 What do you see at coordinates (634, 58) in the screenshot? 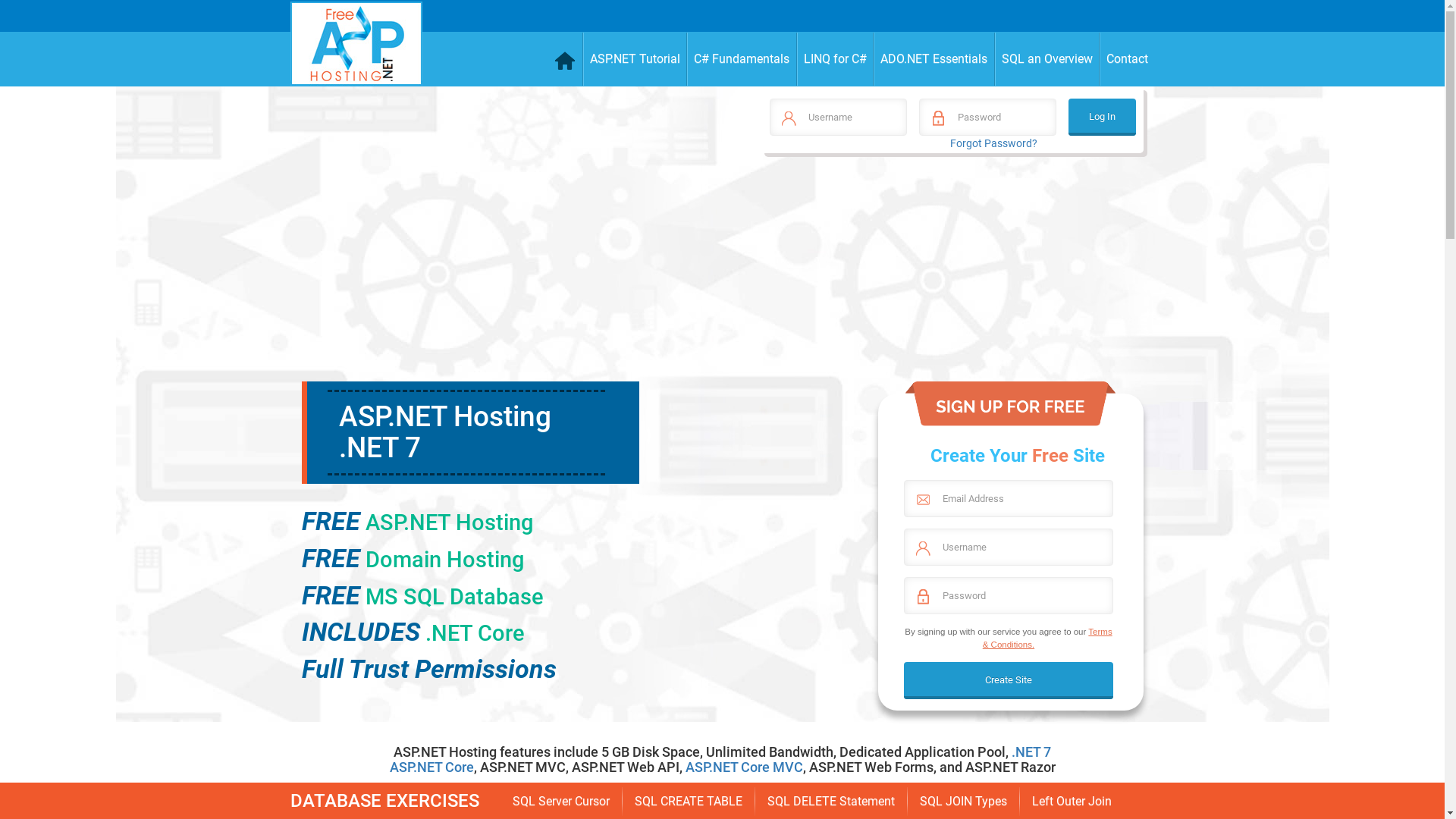
I see `'ASP.NET Tutorial'` at bounding box center [634, 58].